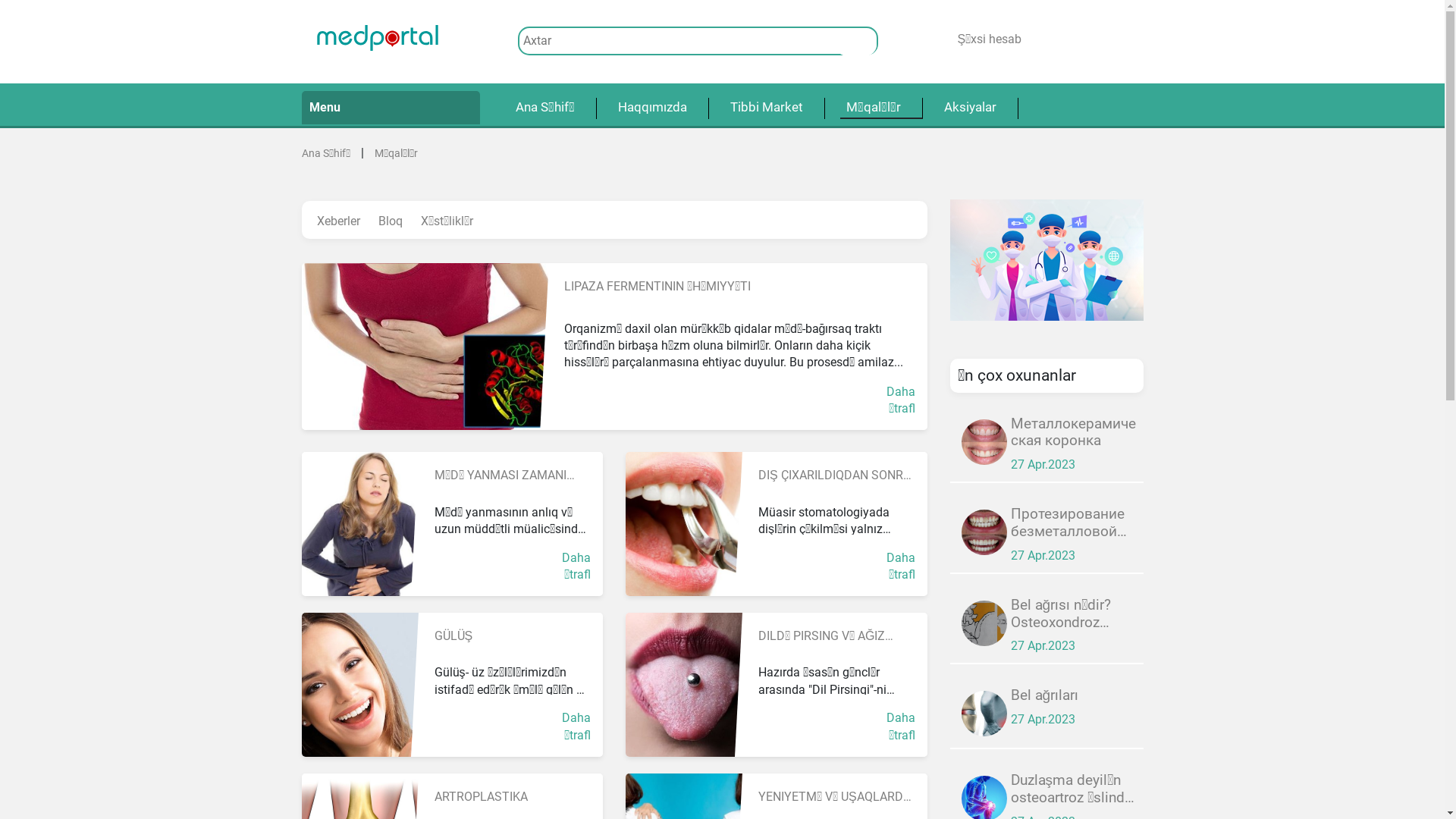 Image resolution: width=1456 pixels, height=819 pixels. What do you see at coordinates (389, 221) in the screenshot?
I see `'Bloq'` at bounding box center [389, 221].